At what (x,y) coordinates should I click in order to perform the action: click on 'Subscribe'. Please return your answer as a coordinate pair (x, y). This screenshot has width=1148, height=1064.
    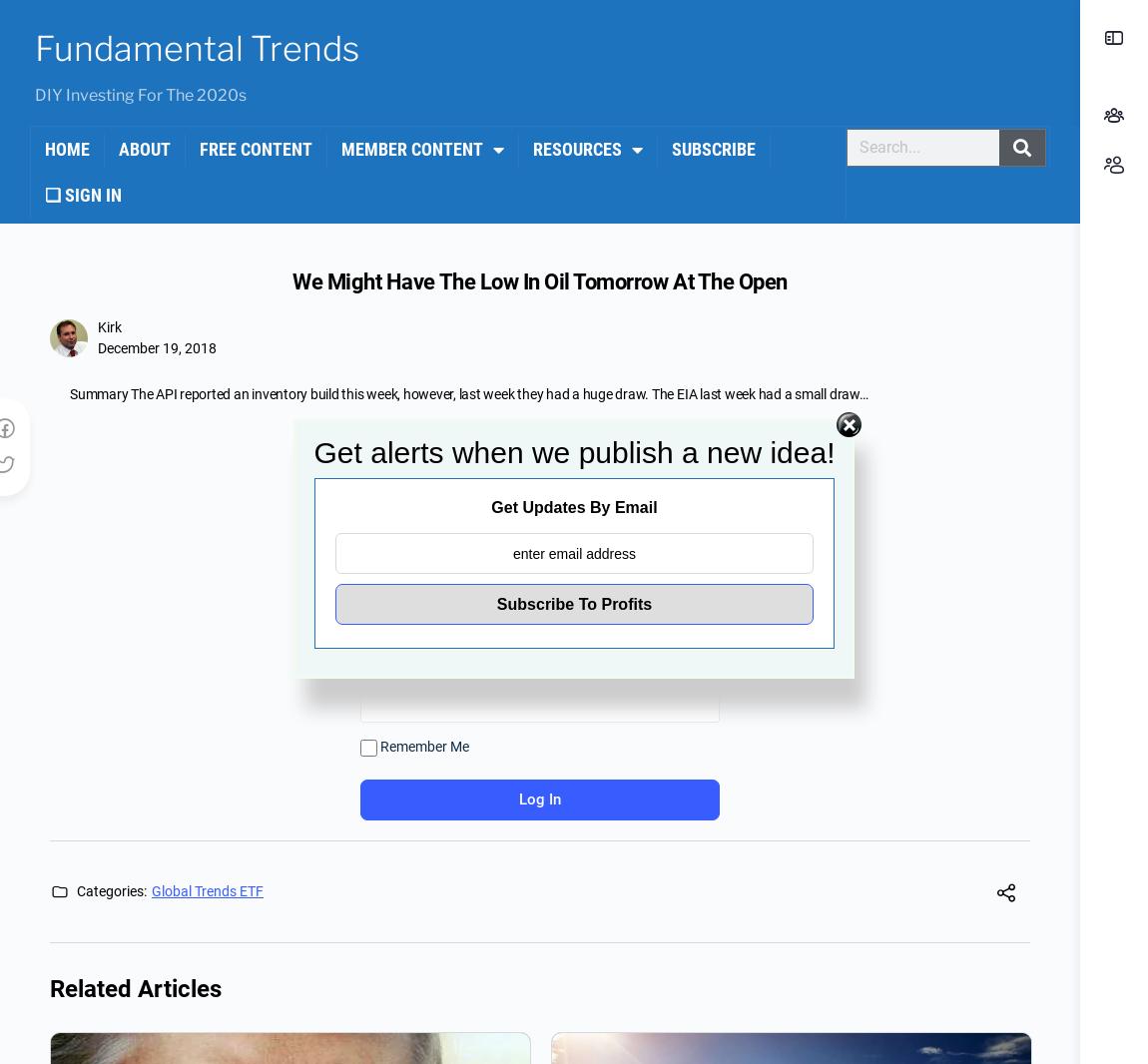
    Looking at the image, I should click on (712, 148).